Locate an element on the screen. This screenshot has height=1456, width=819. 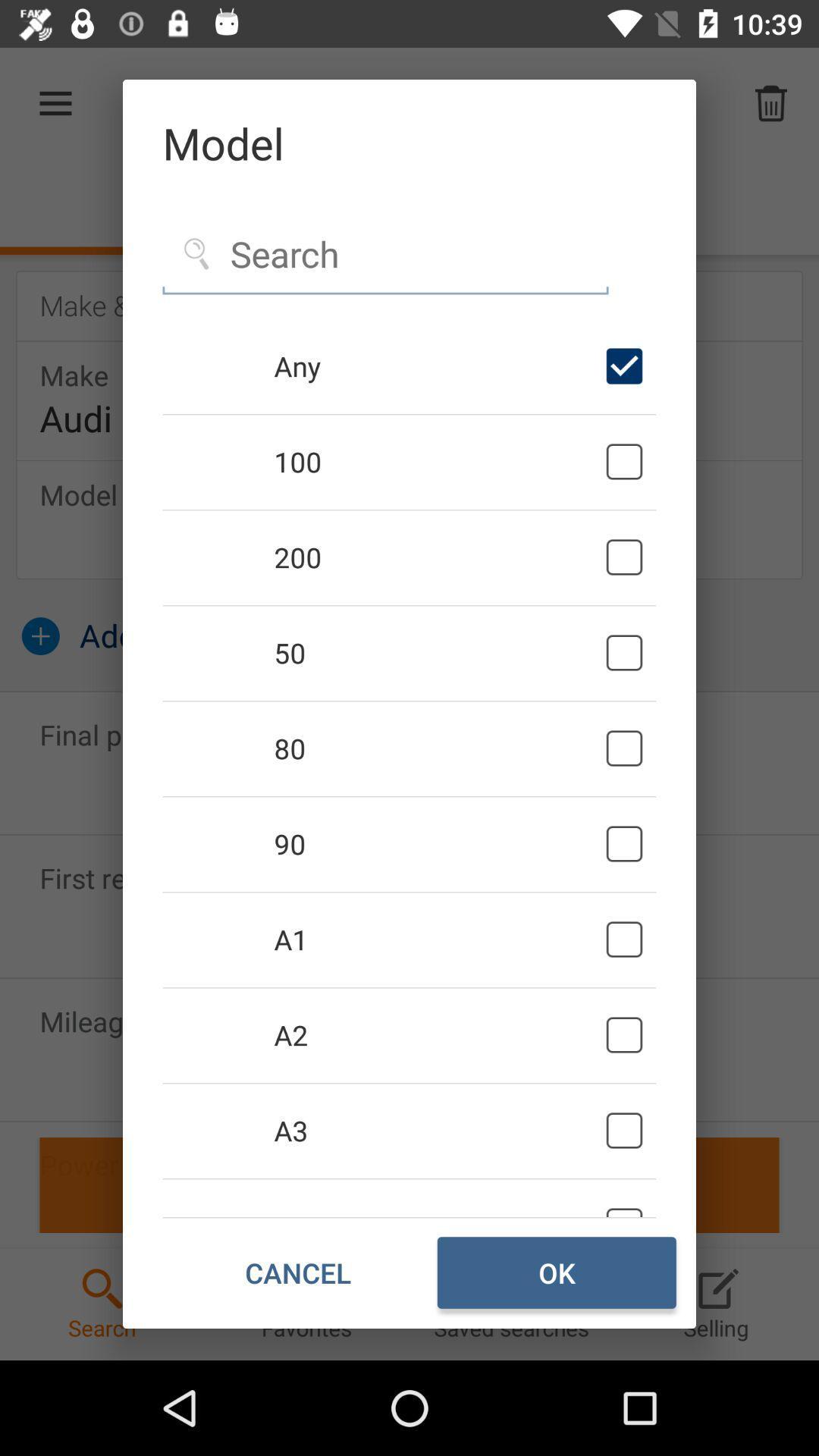
80 is located at coordinates (437, 748).